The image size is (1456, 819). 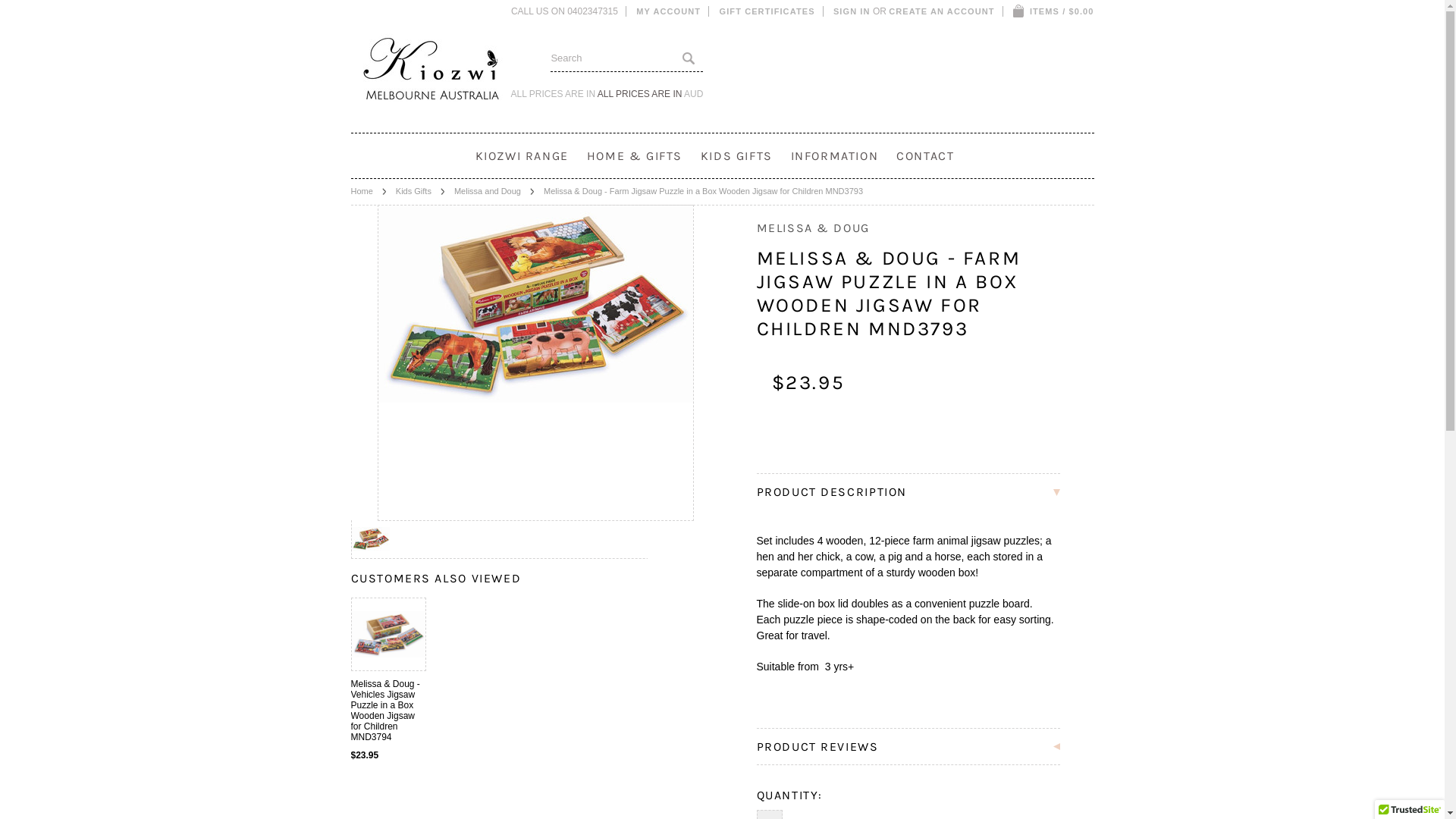 I want to click on 'SIGN IN', so click(x=852, y=11).